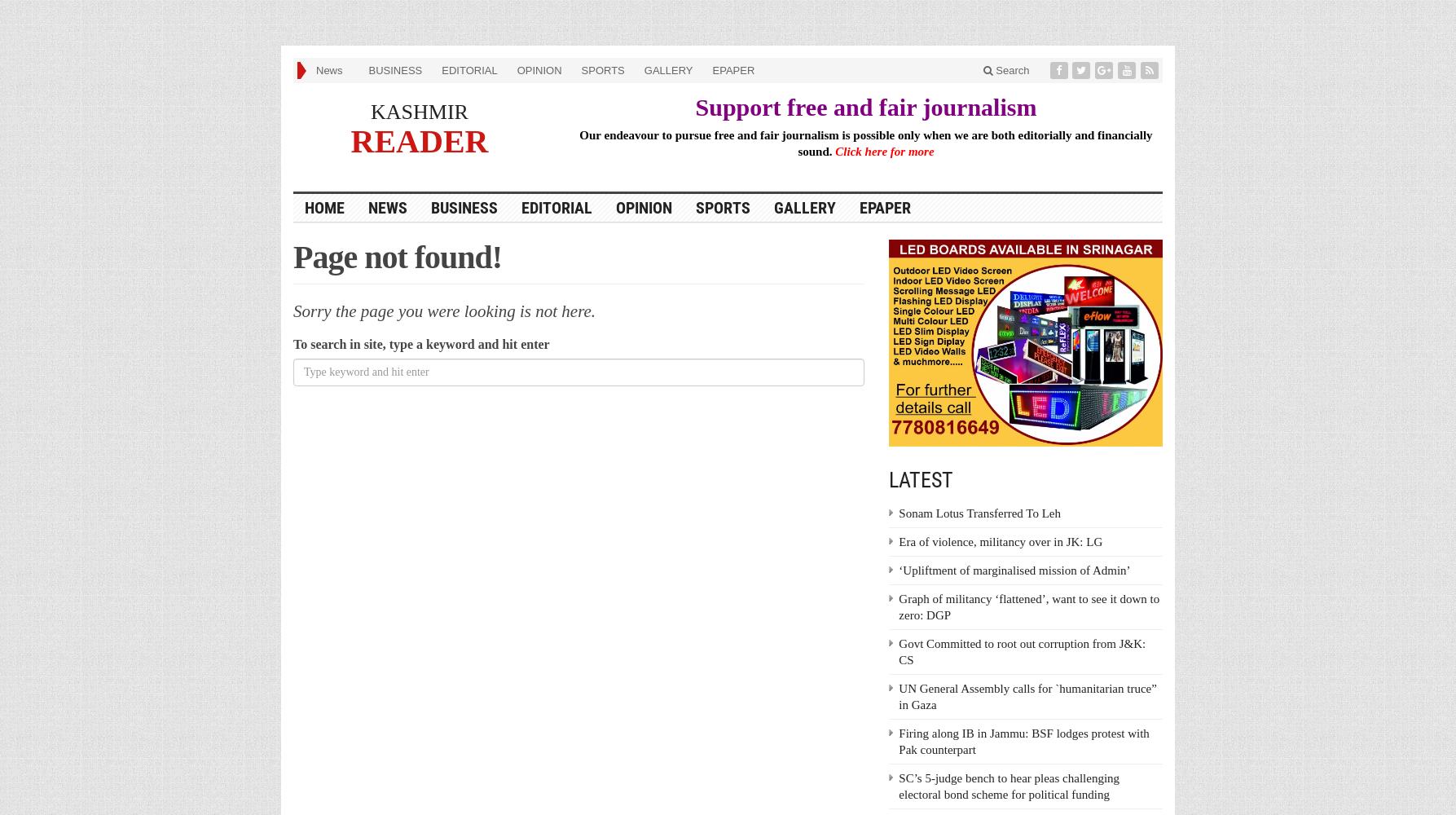 The height and width of the screenshot is (815, 1456). What do you see at coordinates (979, 513) in the screenshot?
I see `'Sonam Lotus Transferred To Leh'` at bounding box center [979, 513].